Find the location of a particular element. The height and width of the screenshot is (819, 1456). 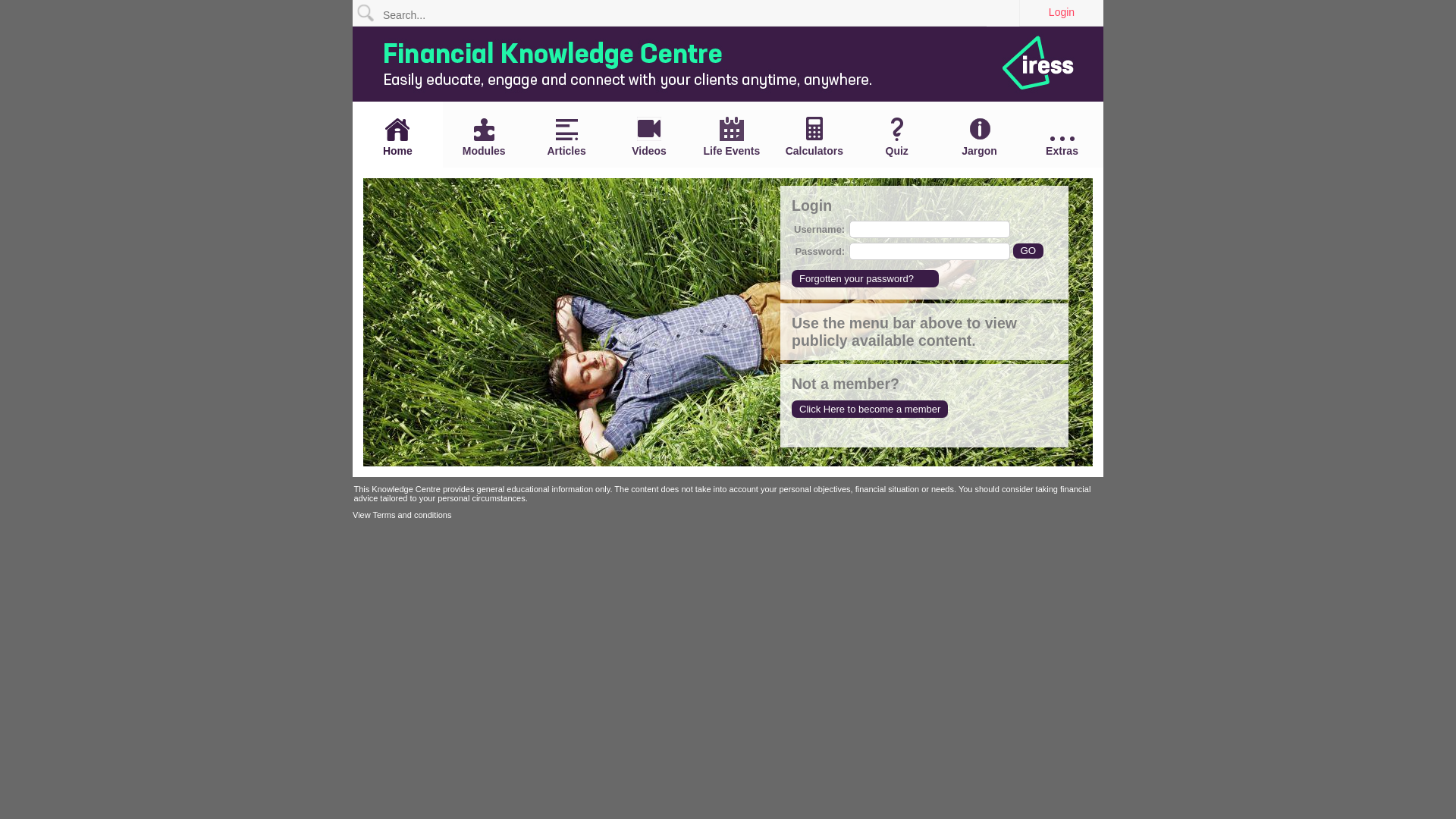

'Jargon' is located at coordinates (979, 136).